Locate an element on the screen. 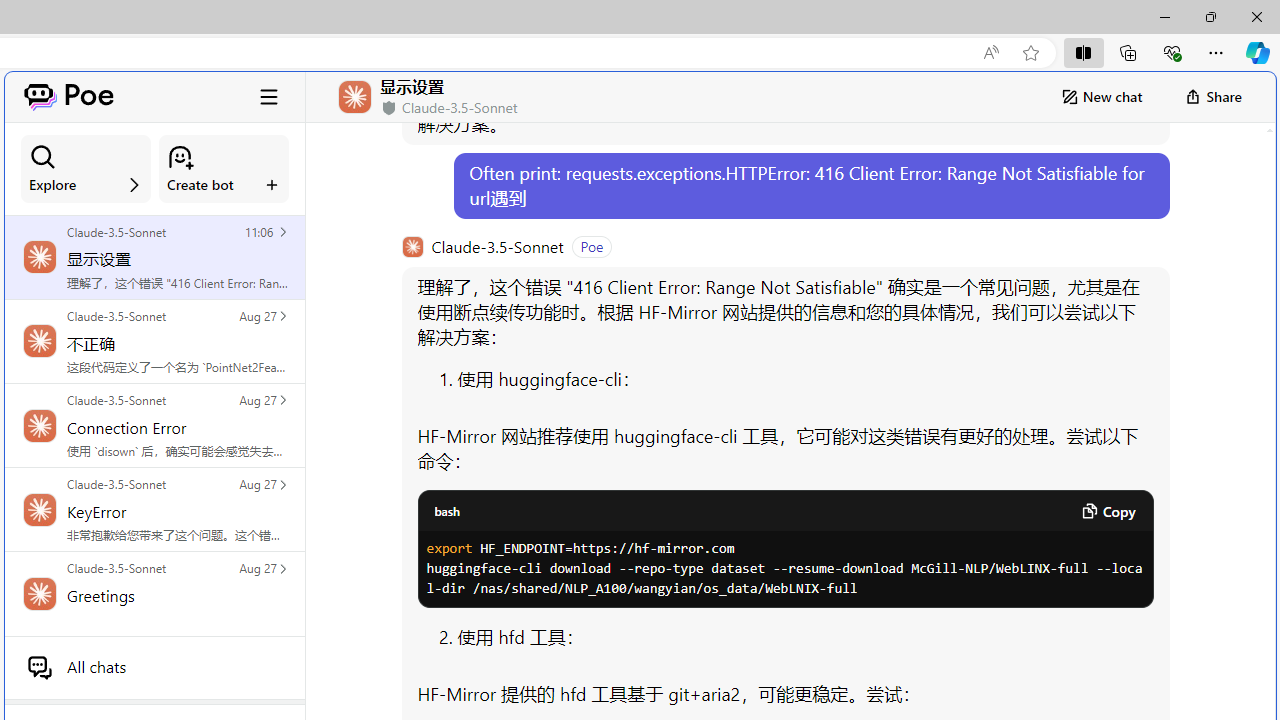 The width and height of the screenshot is (1280, 720). 'Class: ManageBotsCardSection_labelIcon__EjW_j' is located at coordinates (271, 184).